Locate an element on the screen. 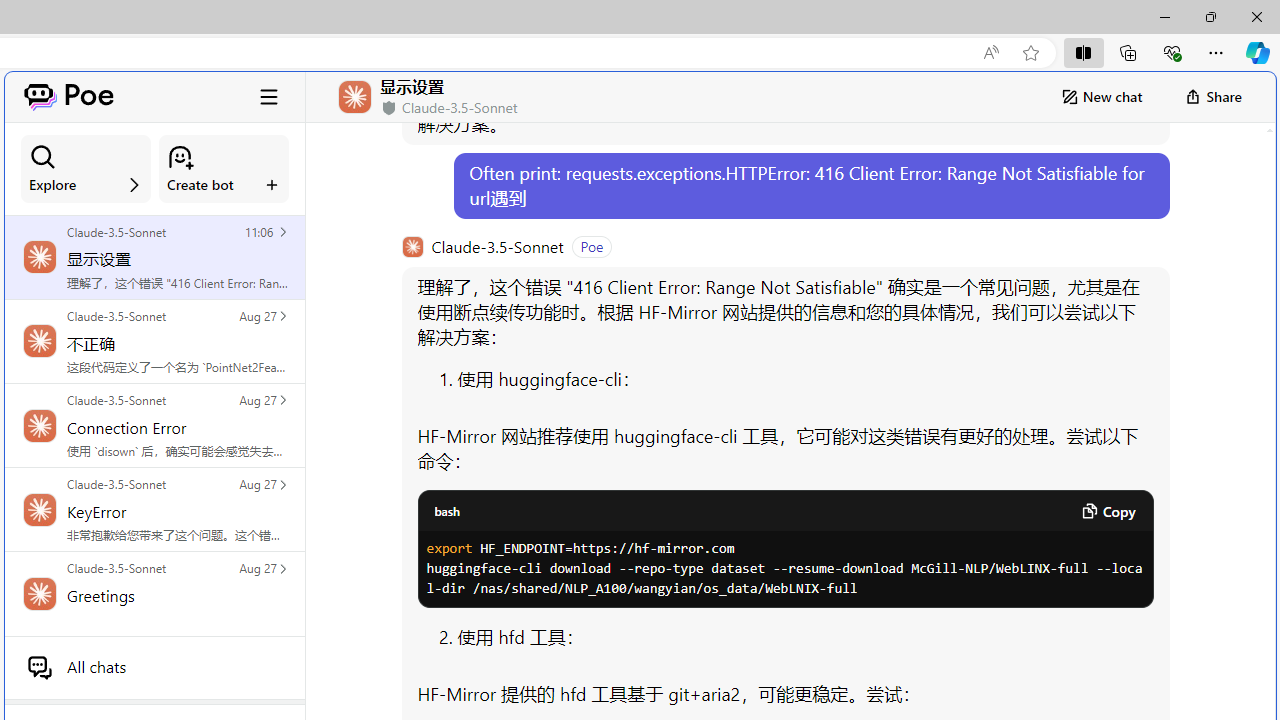 The width and height of the screenshot is (1280, 720). 'Class: ManageBotsCardSection_labelIcon__EjW_j' is located at coordinates (271, 184).